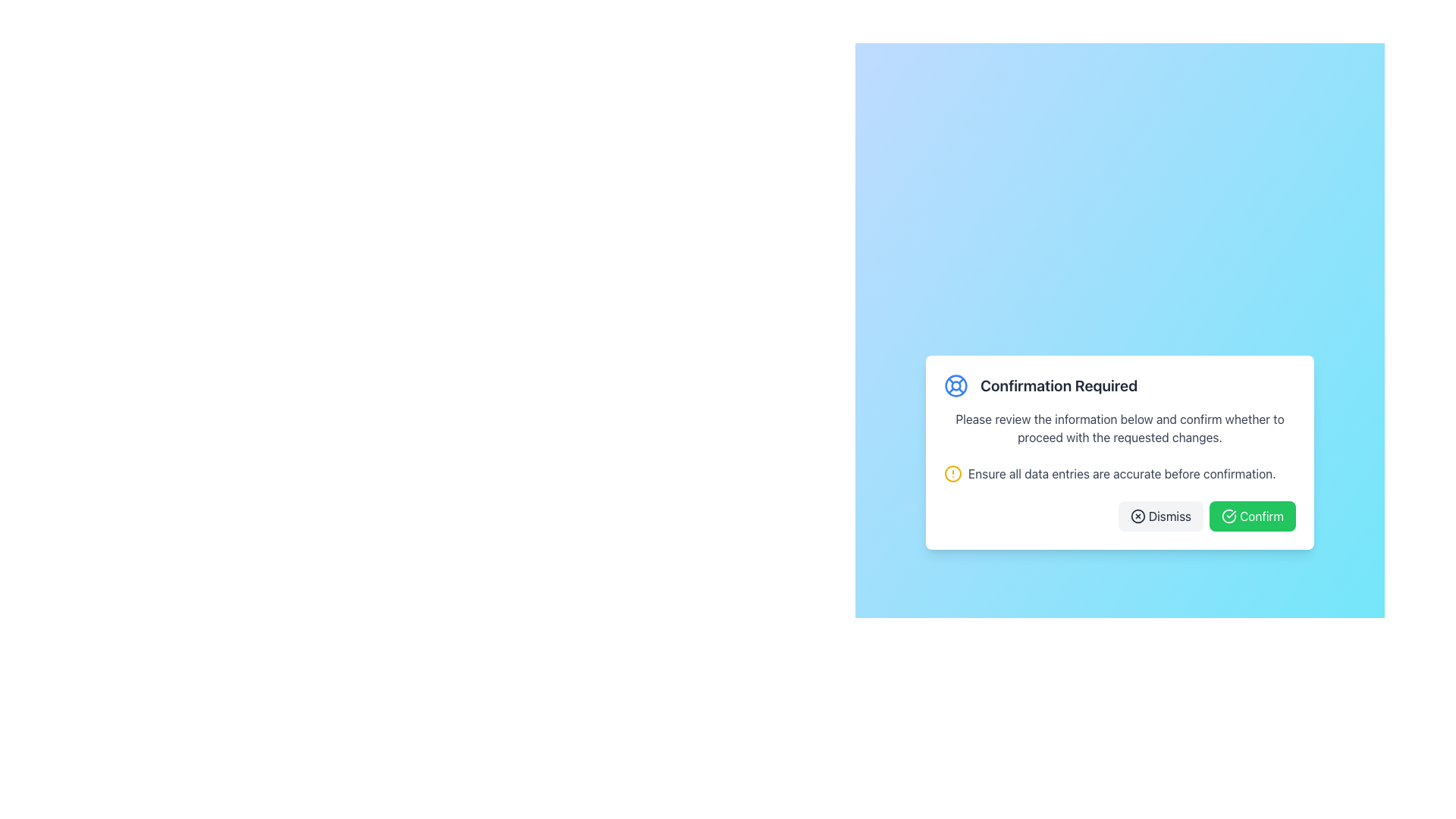 The width and height of the screenshot is (1456, 819). I want to click on the central circular shape of the blue and white lifebuoy icon located in the top-left corner of the confirmation message box, so click(955, 384).